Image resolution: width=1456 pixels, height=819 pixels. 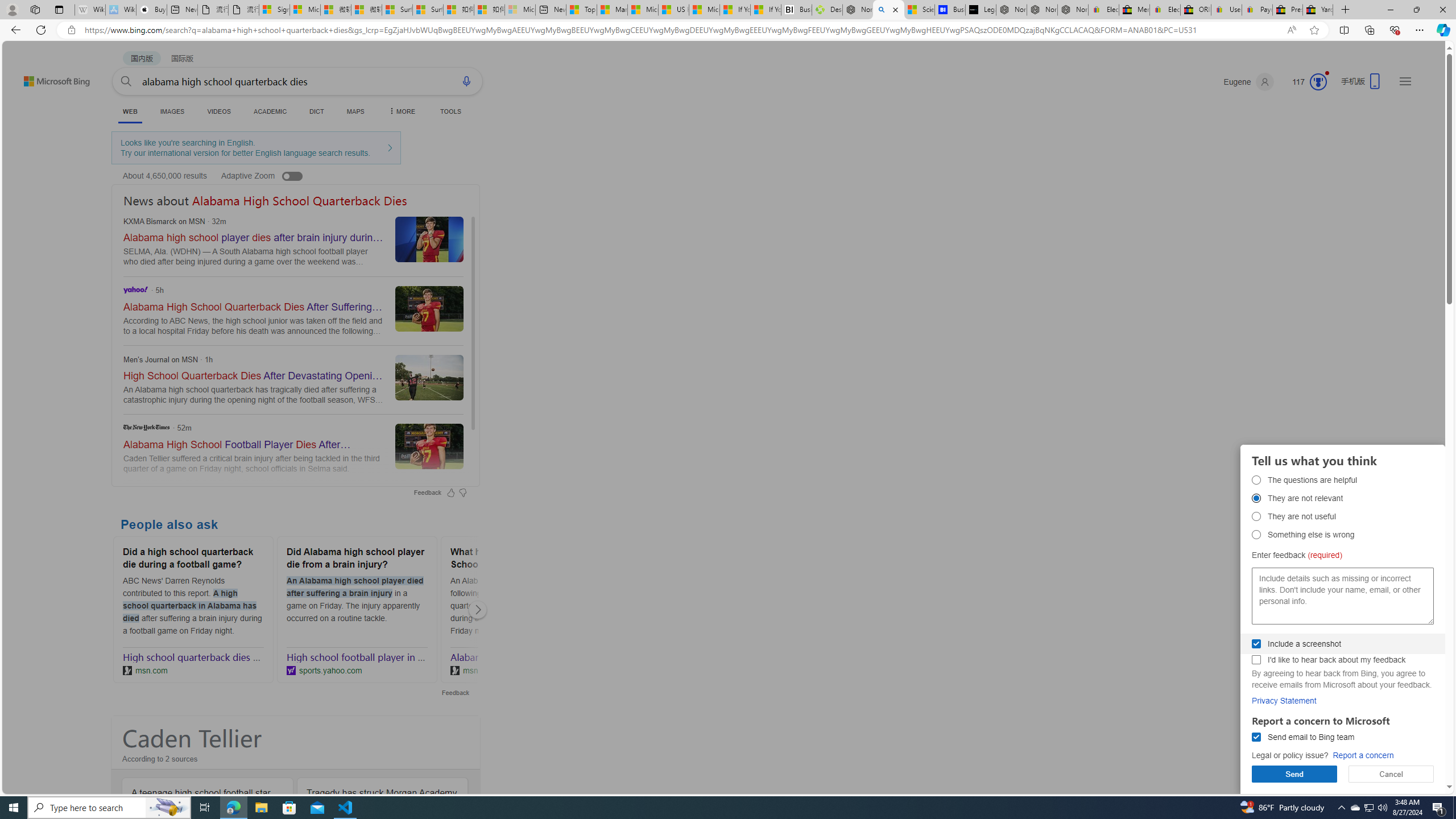 What do you see at coordinates (1256, 516) in the screenshot?
I see `'They are not useful They are not useful'` at bounding box center [1256, 516].